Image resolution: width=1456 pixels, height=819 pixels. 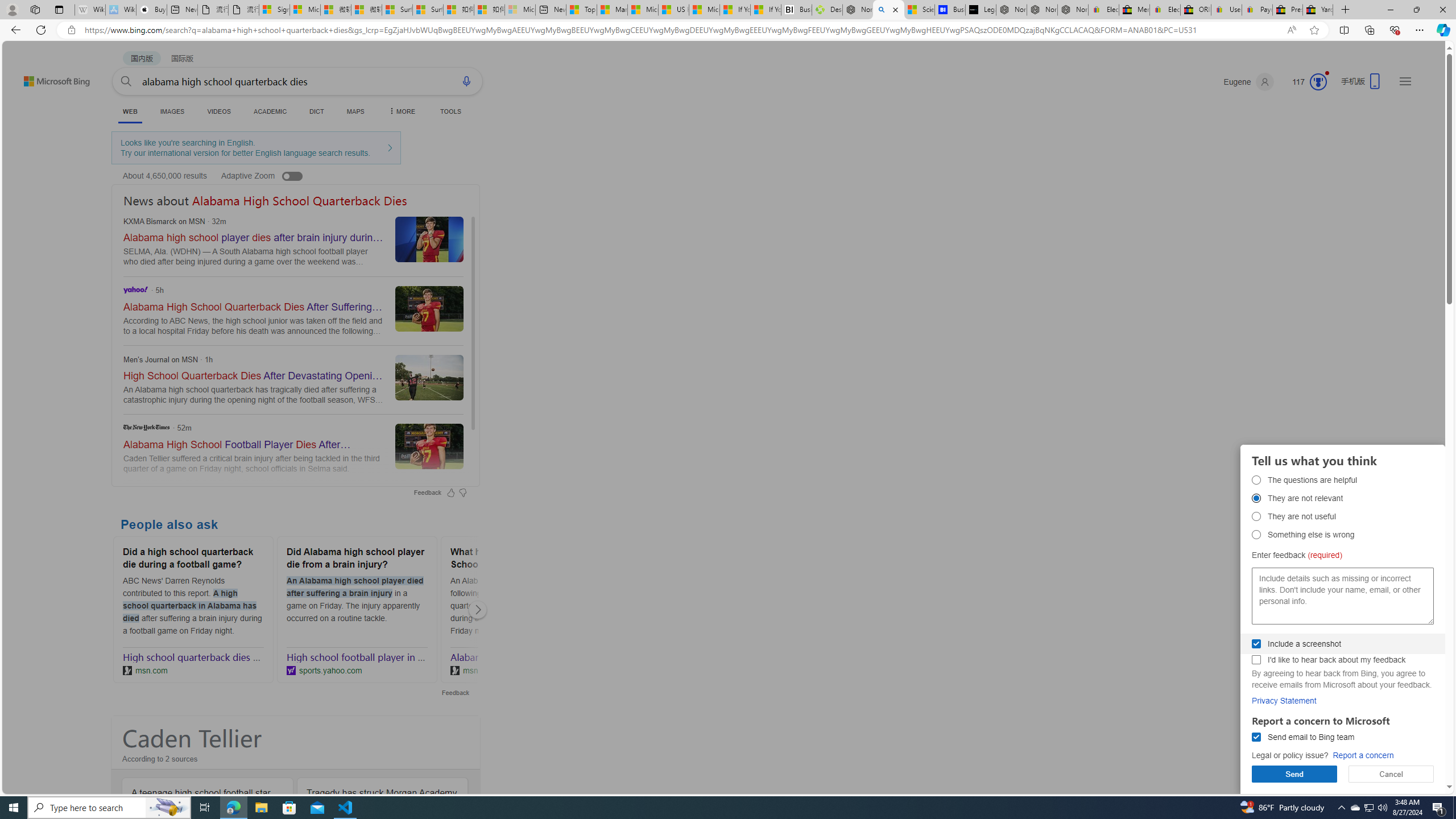 What do you see at coordinates (1256, 516) in the screenshot?
I see `'They are not useful They are not useful'` at bounding box center [1256, 516].